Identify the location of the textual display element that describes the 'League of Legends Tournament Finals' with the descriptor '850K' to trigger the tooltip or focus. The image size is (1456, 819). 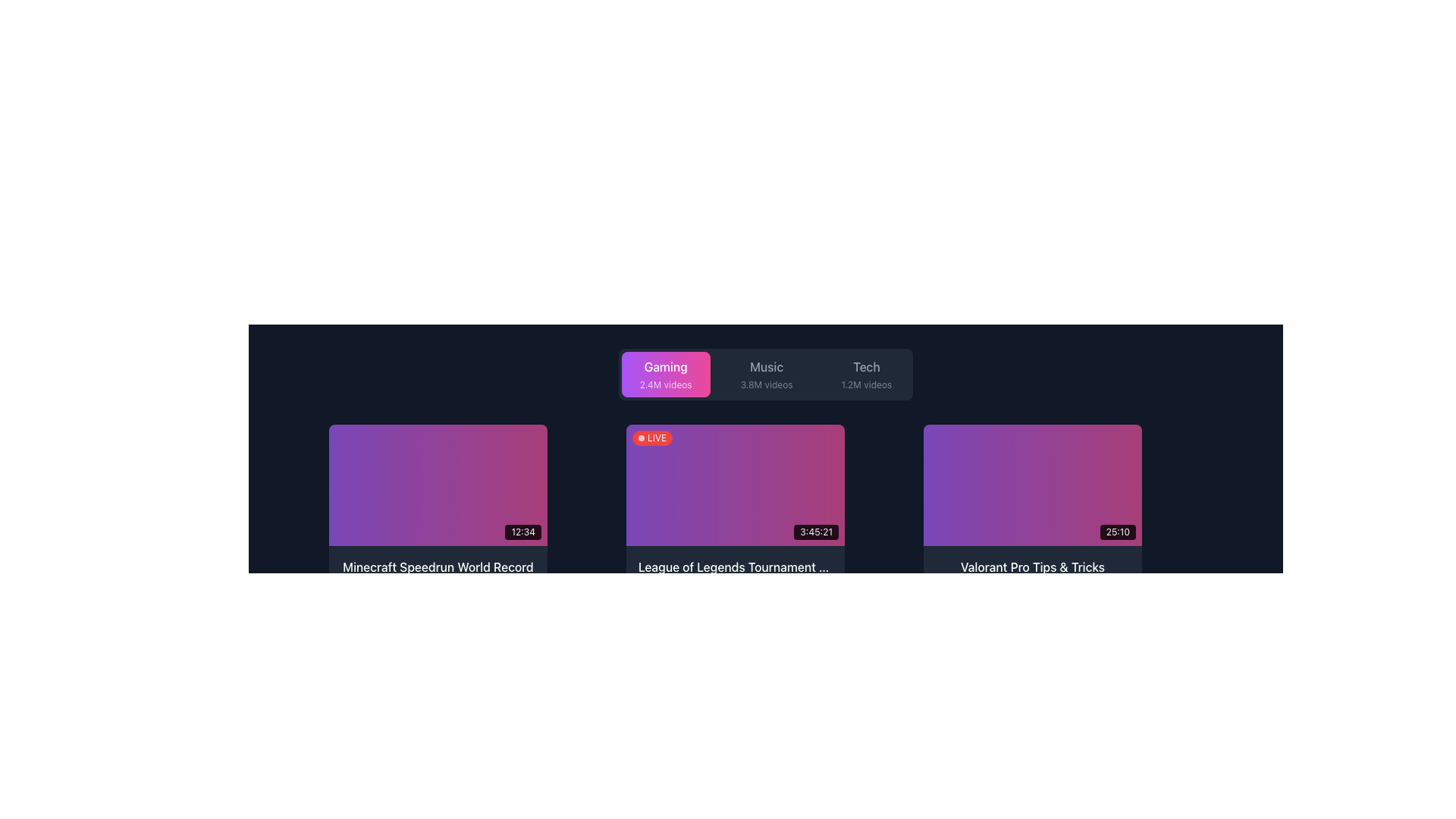
(735, 578).